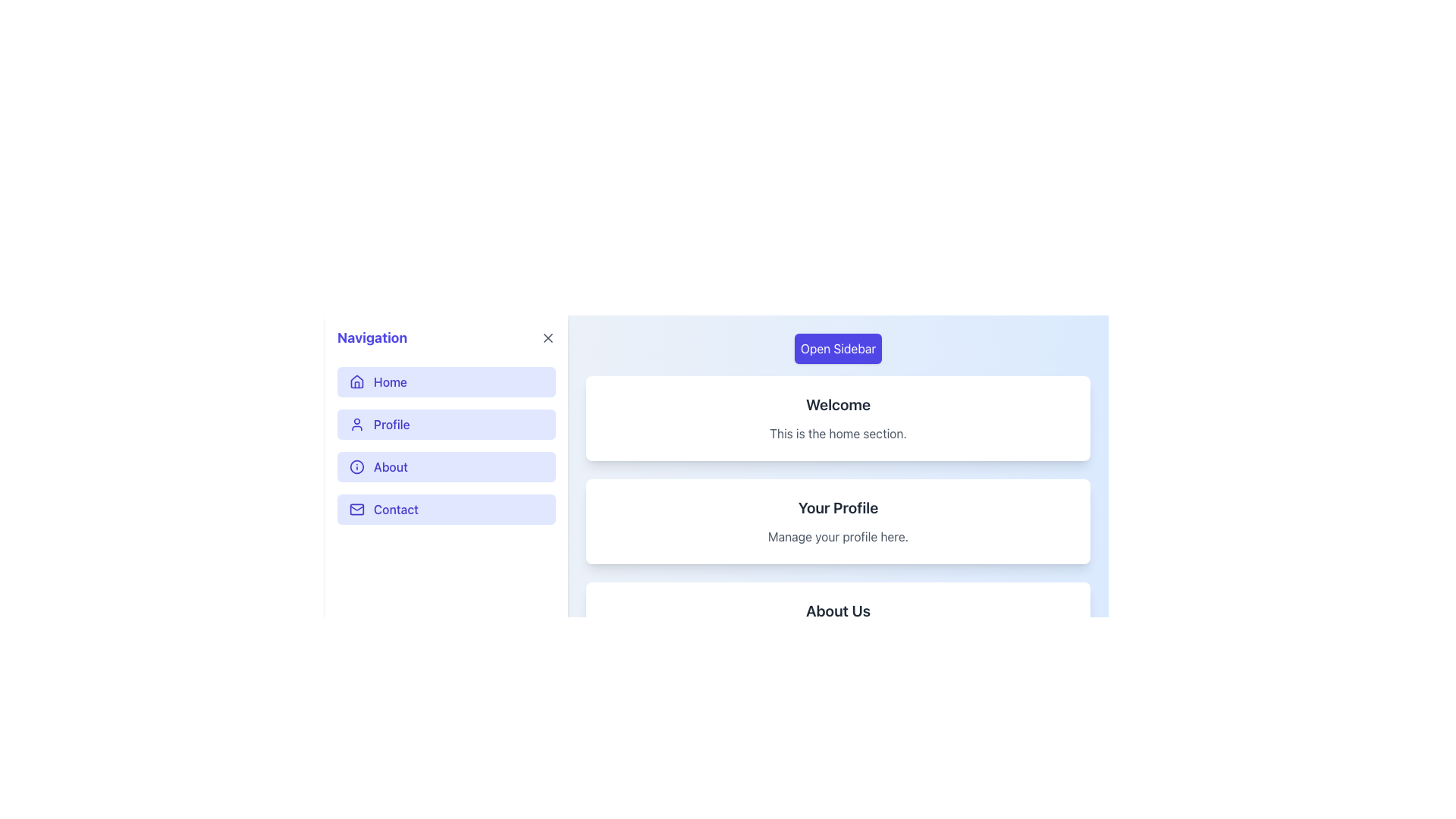  I want to click on the 'About' button in the vertical navigation menu to change its background color, so click(446, 466).